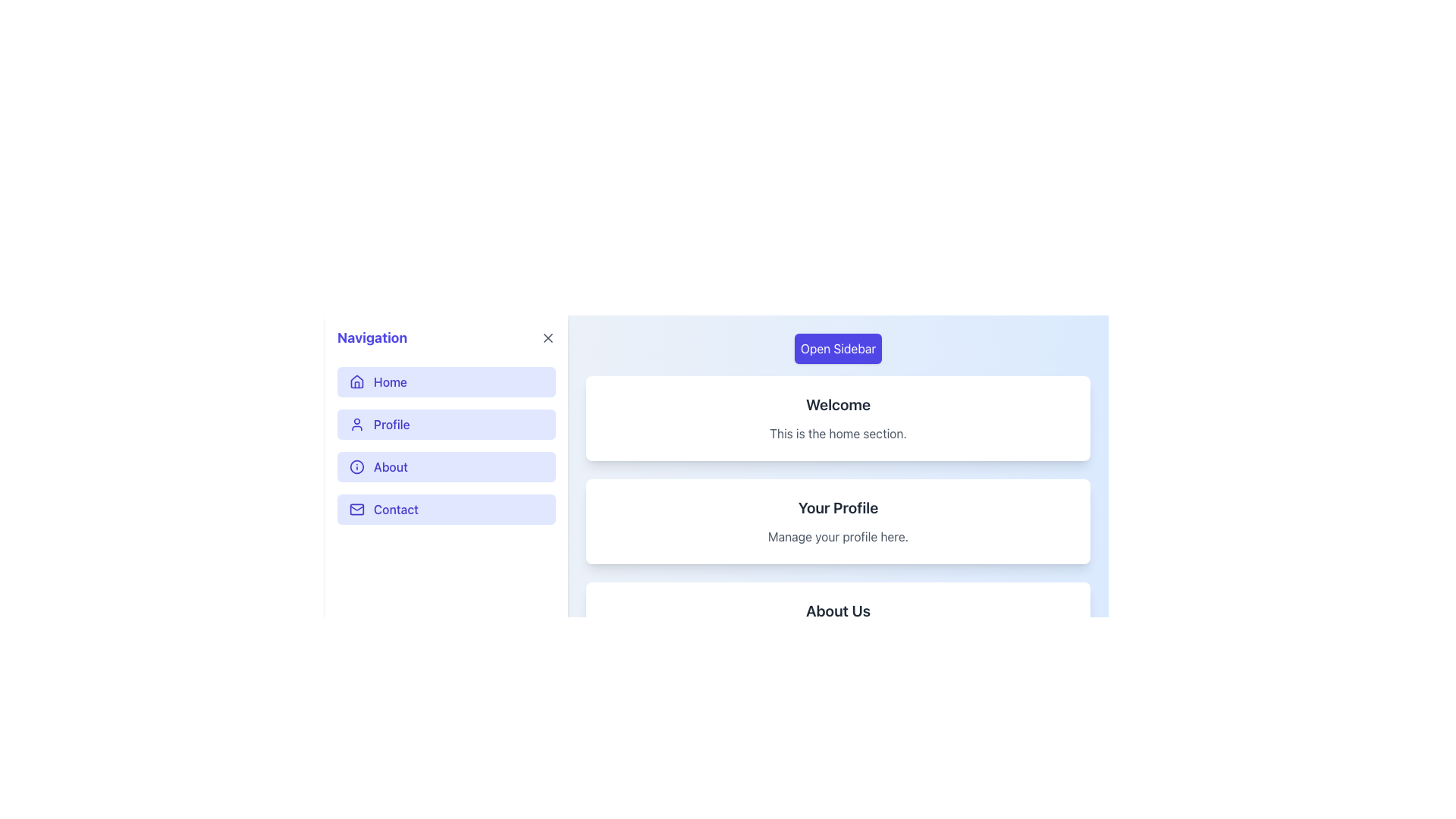  I want to click on the 'About' button in the vertical navigation menu to change its background color, so click(446, 466).